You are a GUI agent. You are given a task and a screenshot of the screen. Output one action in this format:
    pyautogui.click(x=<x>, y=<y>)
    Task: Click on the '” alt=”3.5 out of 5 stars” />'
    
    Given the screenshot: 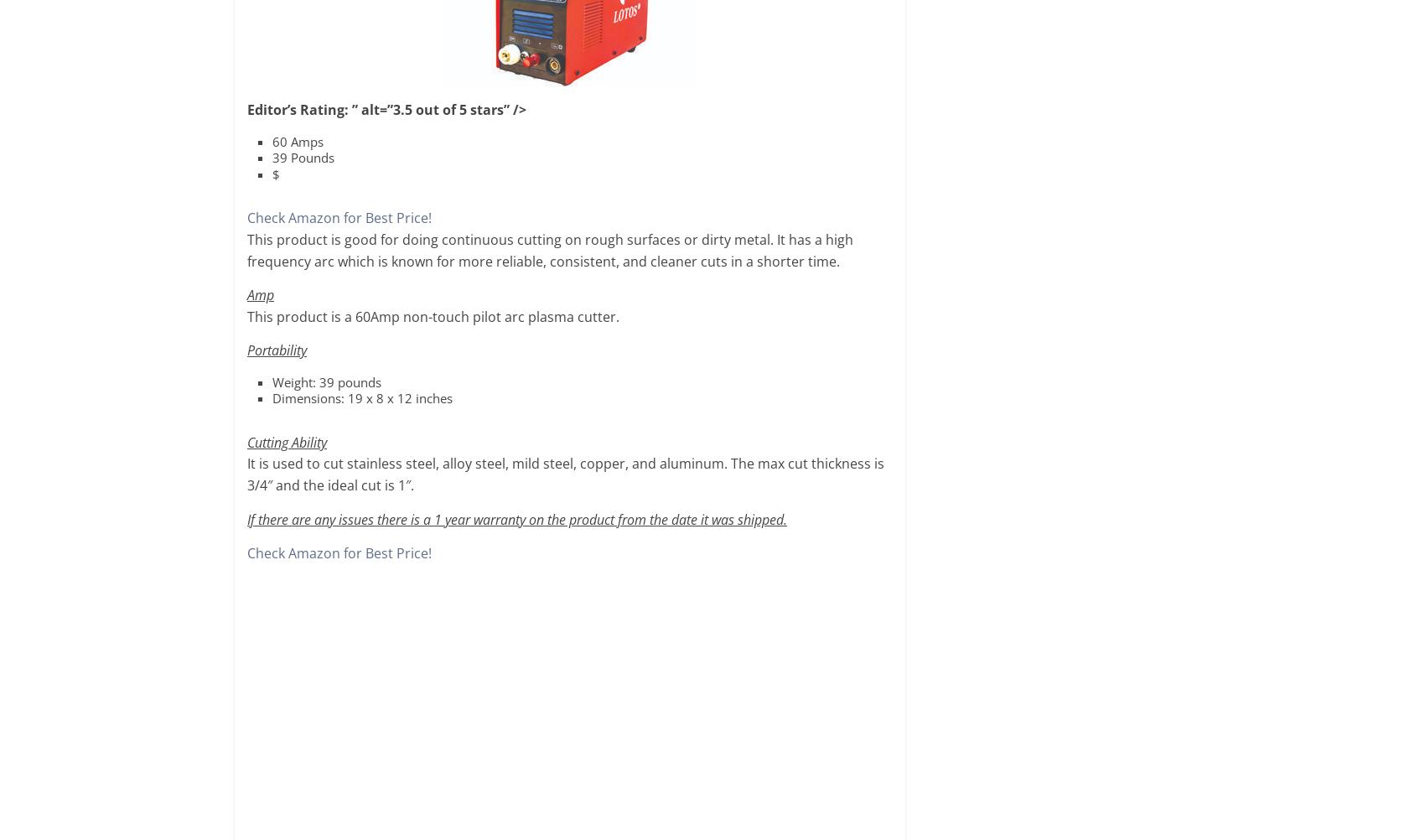 What is the action you would take?
    pyautogui.click(x=438, y=108)
    